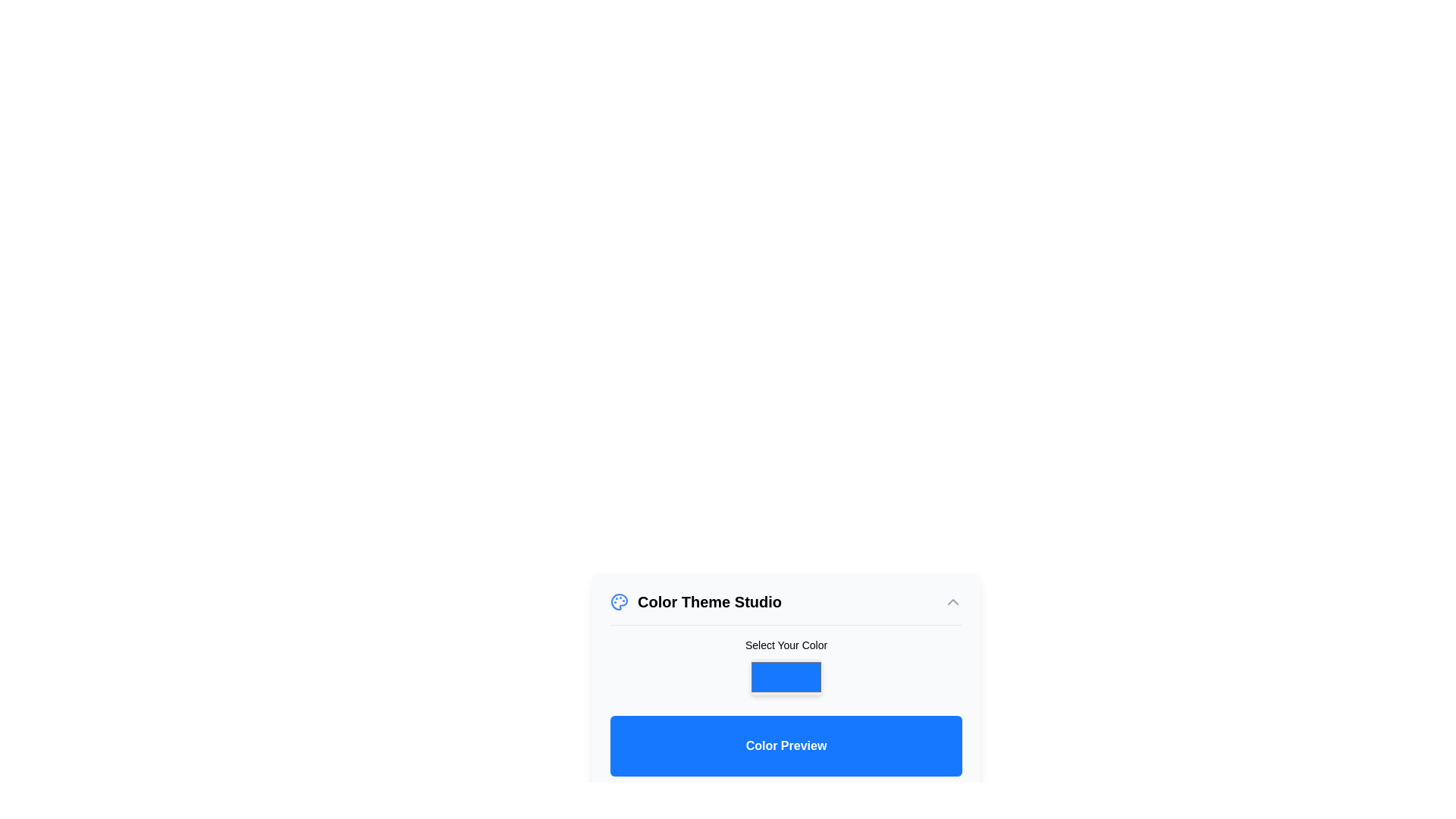  Describe the element at coordinates (786, 676) in the screenshot. I see `the rectangular color picker trigger with a bright blue background` at that location.